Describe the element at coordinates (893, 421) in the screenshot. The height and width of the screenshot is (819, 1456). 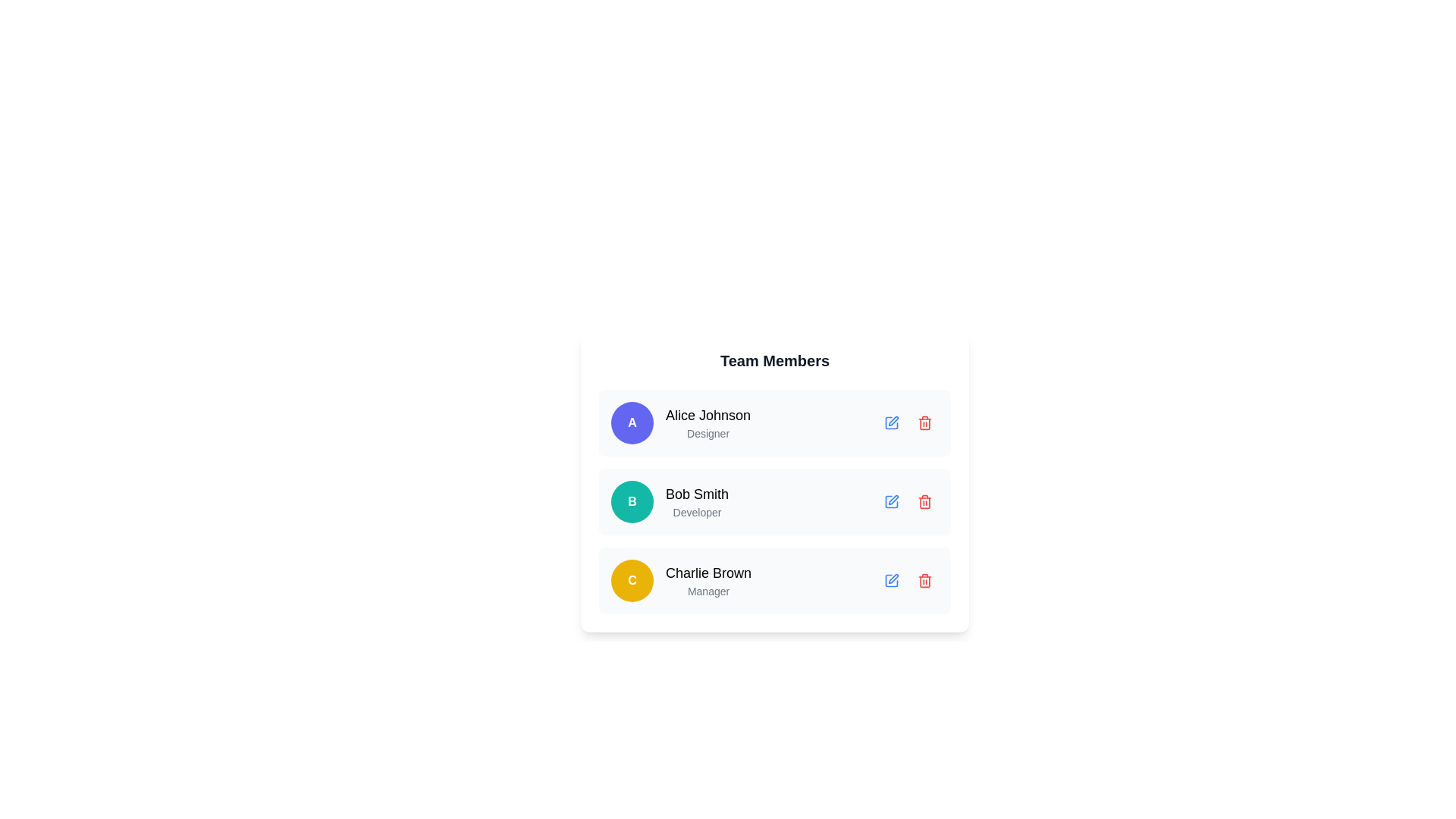
I see `the pen-shaped icon to initiate editing for the user profile of 'Bob Smith'` at that location.